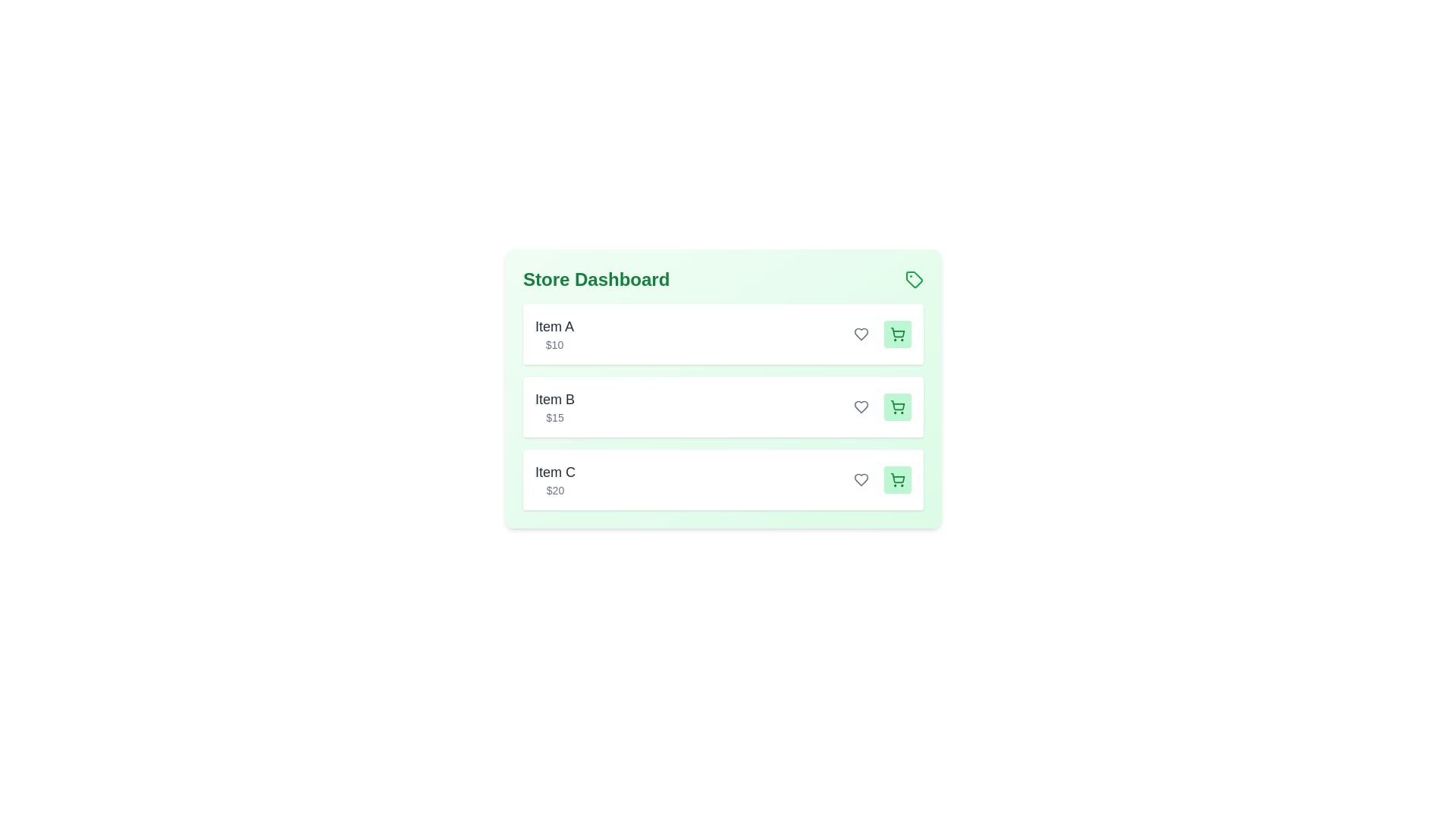 The width and height of the screenshot is (1456, 819). Describe the element at coordinates (861, 406) in the screenshot. I see `the heart icon button for 'Item B'` at that location.